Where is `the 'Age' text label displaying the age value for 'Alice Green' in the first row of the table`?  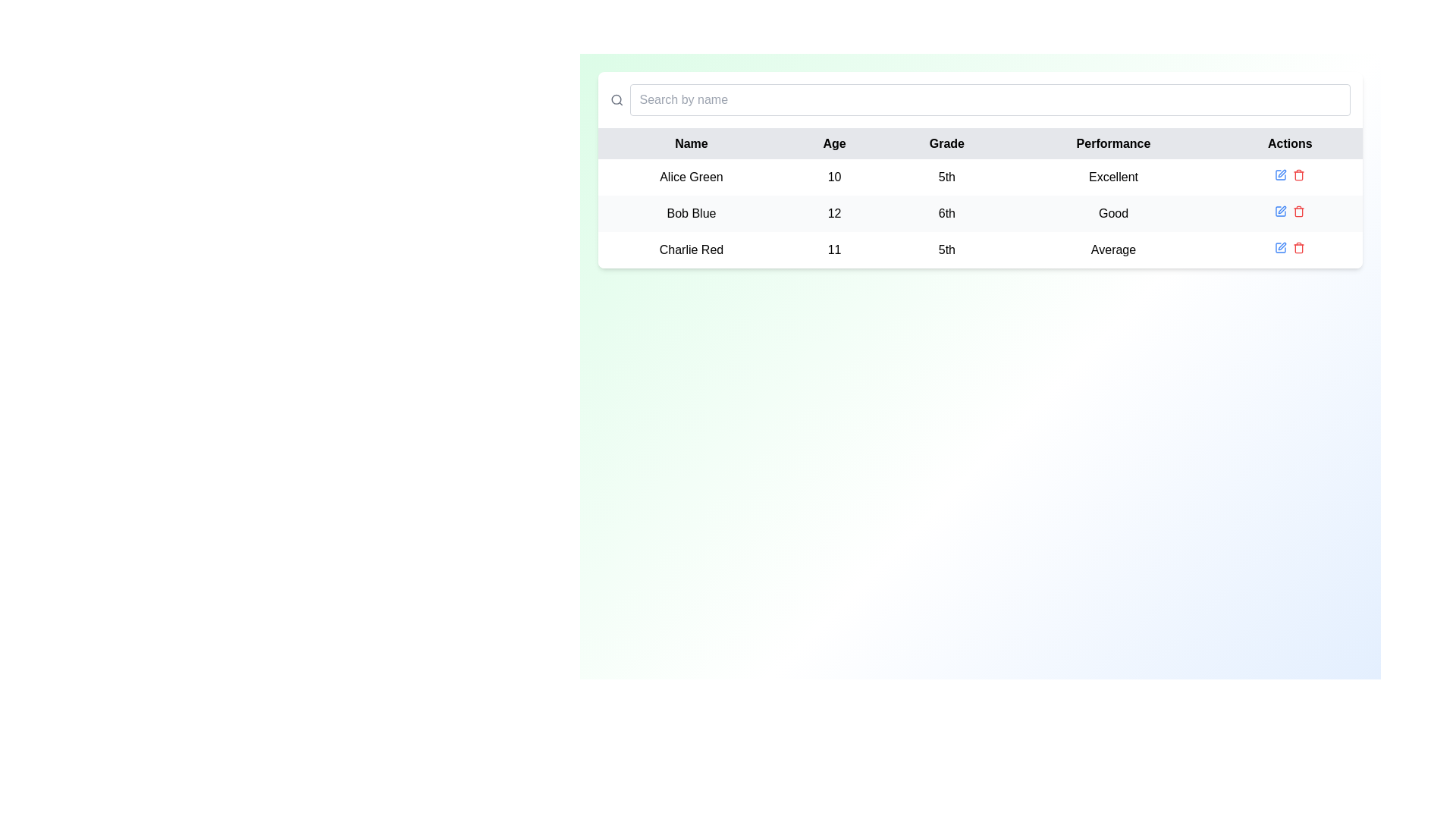
the 'Age' text label displaying the age value for 'Alice Green' in the first row of the table is located at coordinates (833, 177).